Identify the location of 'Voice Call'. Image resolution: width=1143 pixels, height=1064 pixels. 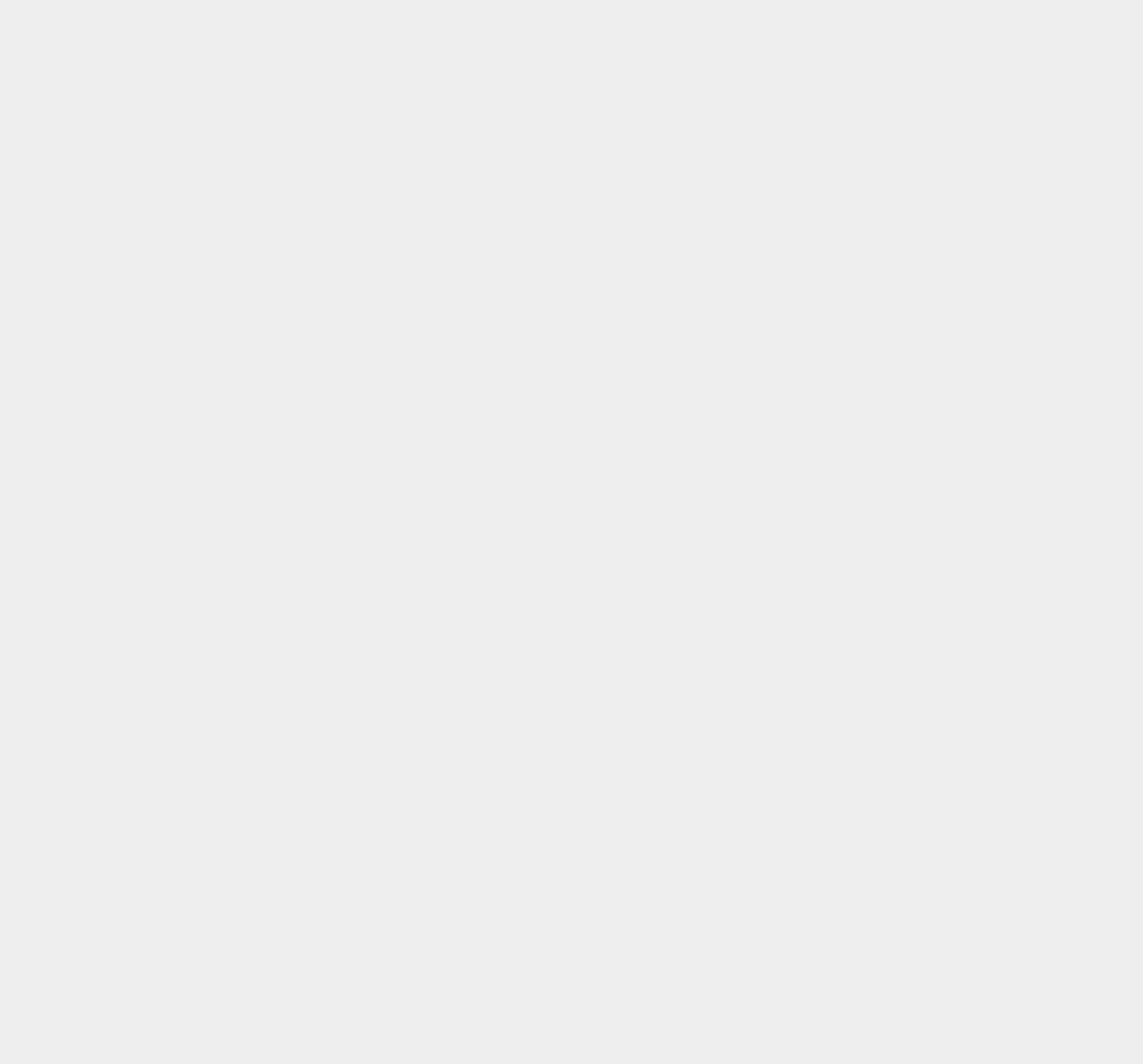
(836, 413).